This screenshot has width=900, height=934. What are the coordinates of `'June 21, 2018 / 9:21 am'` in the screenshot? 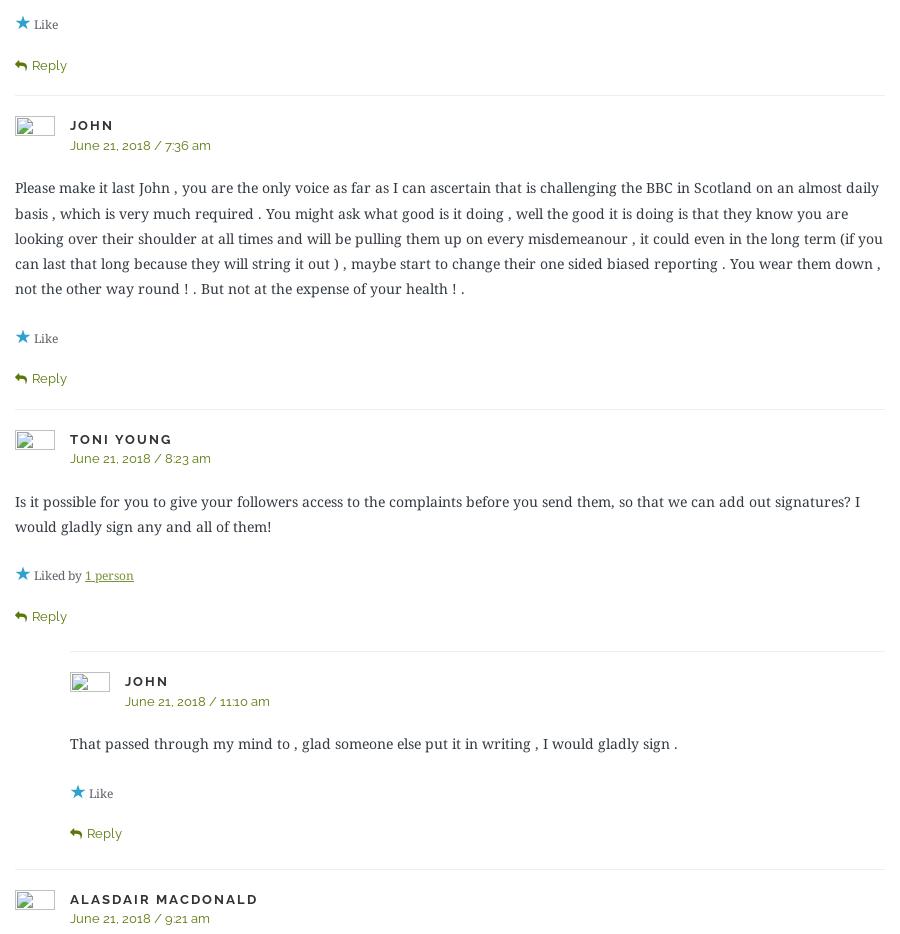 It's located at (69, 918).